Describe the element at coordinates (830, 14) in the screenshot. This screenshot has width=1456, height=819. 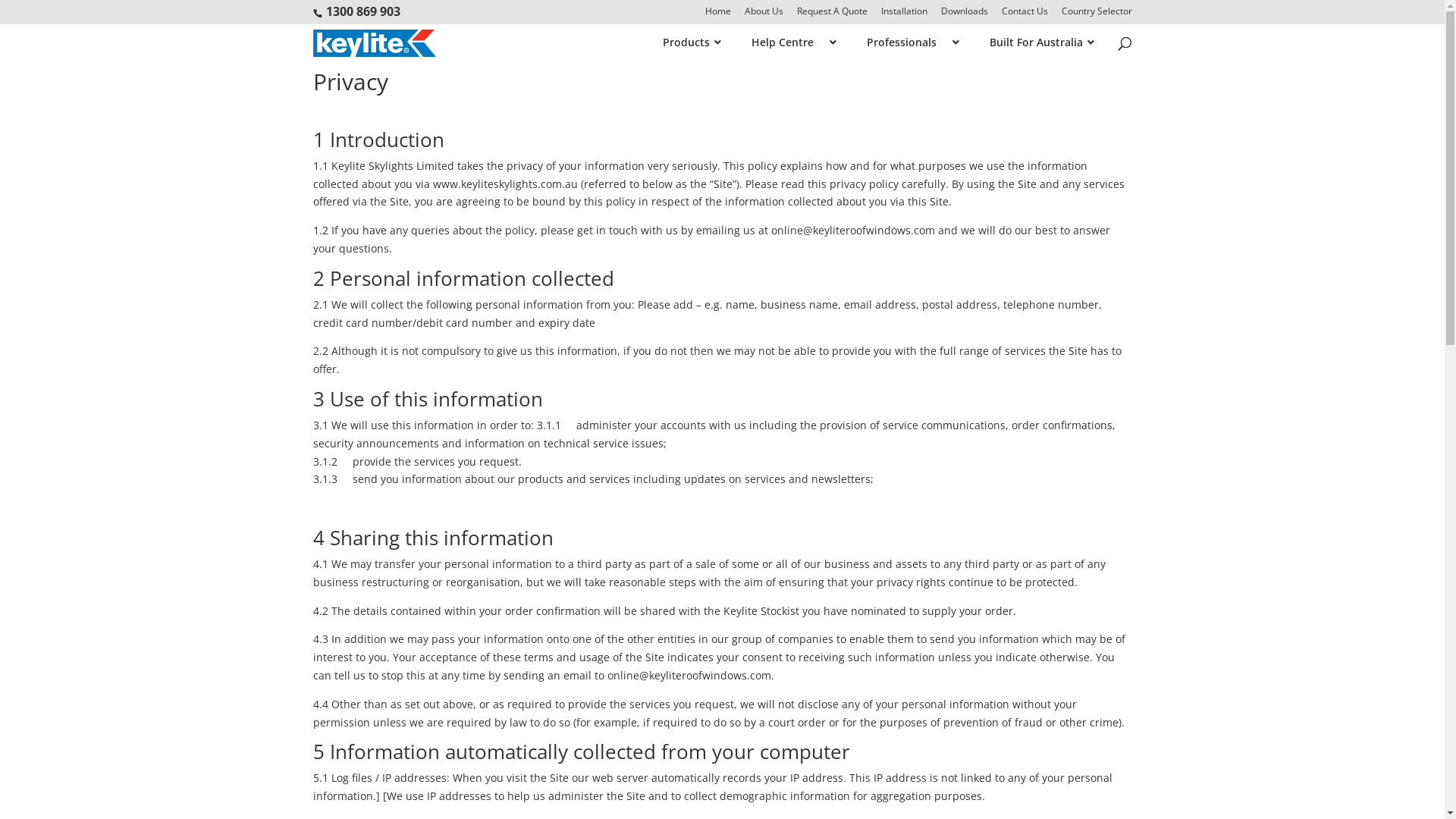
I see `'Request A Quote'` at that location.